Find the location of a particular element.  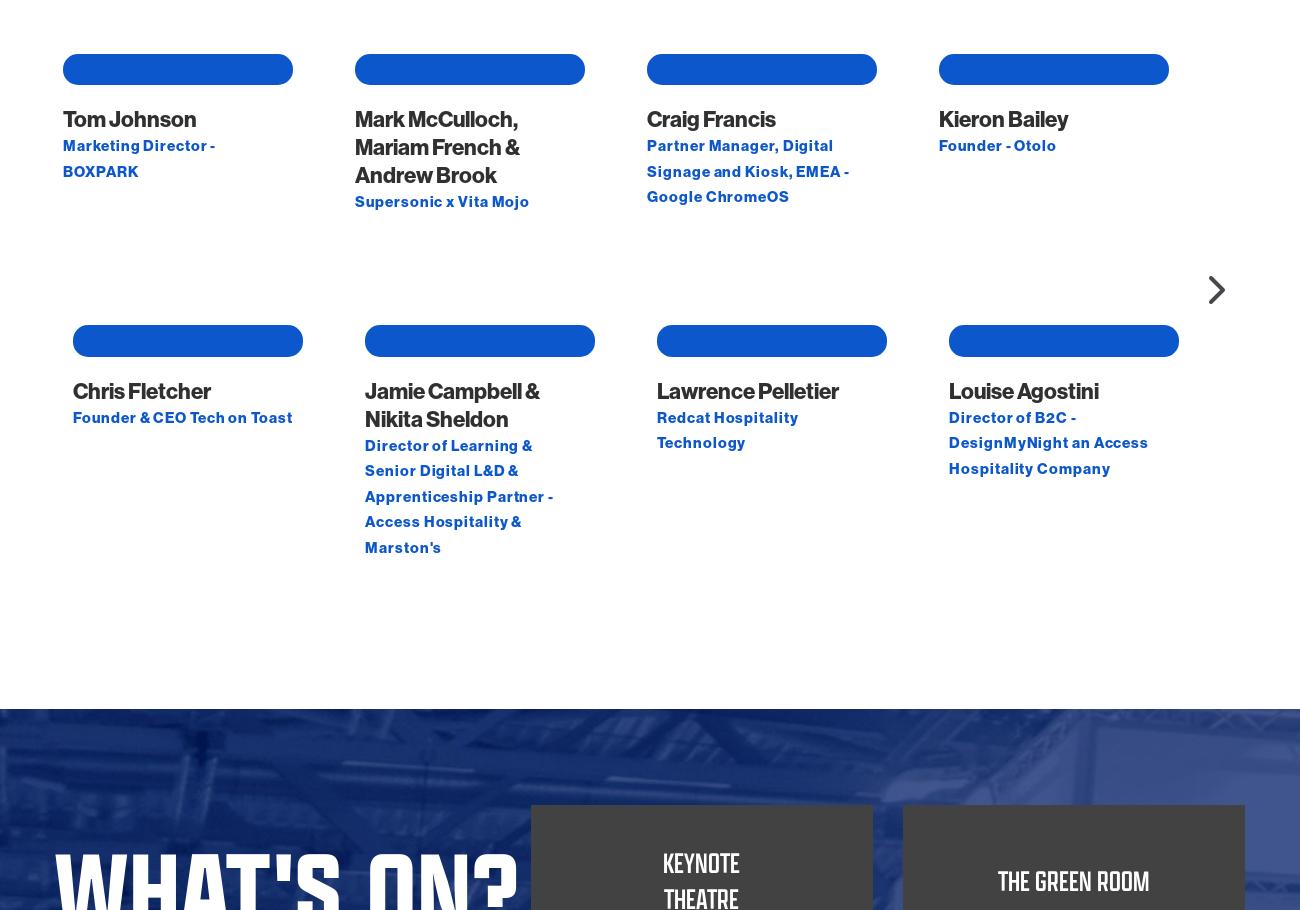

'Louise Agostini' is located at coordinates (949, 588).